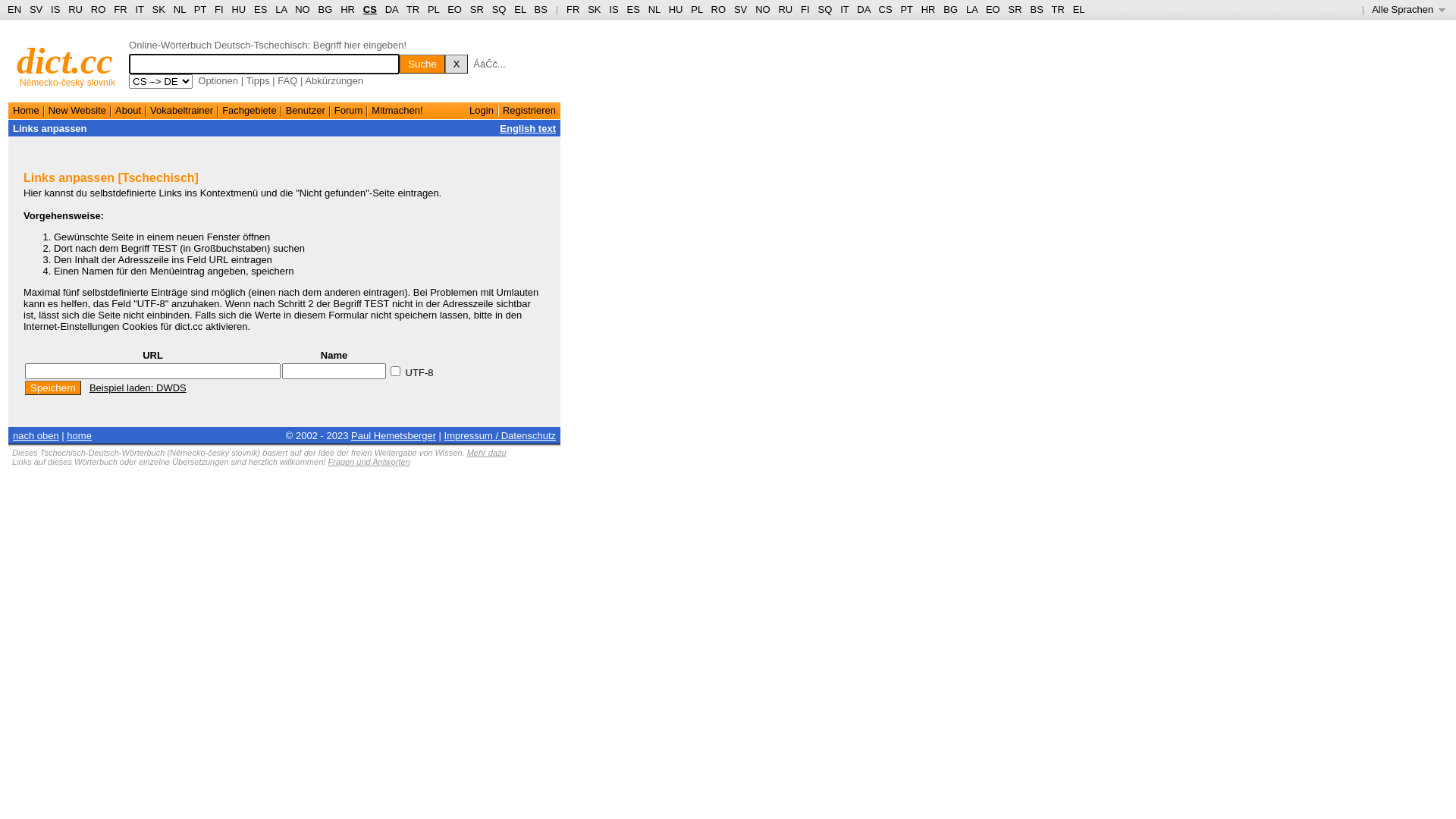  I want to click on 'DA', so click(856, 9).